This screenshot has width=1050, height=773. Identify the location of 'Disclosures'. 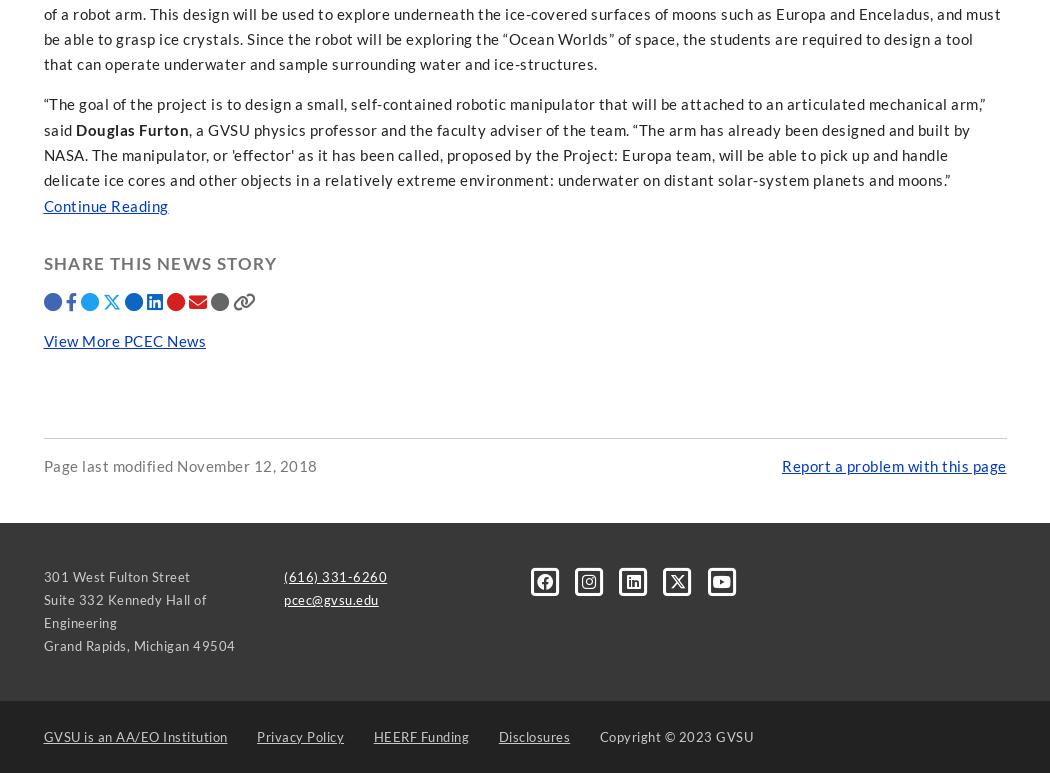
(534, 735).